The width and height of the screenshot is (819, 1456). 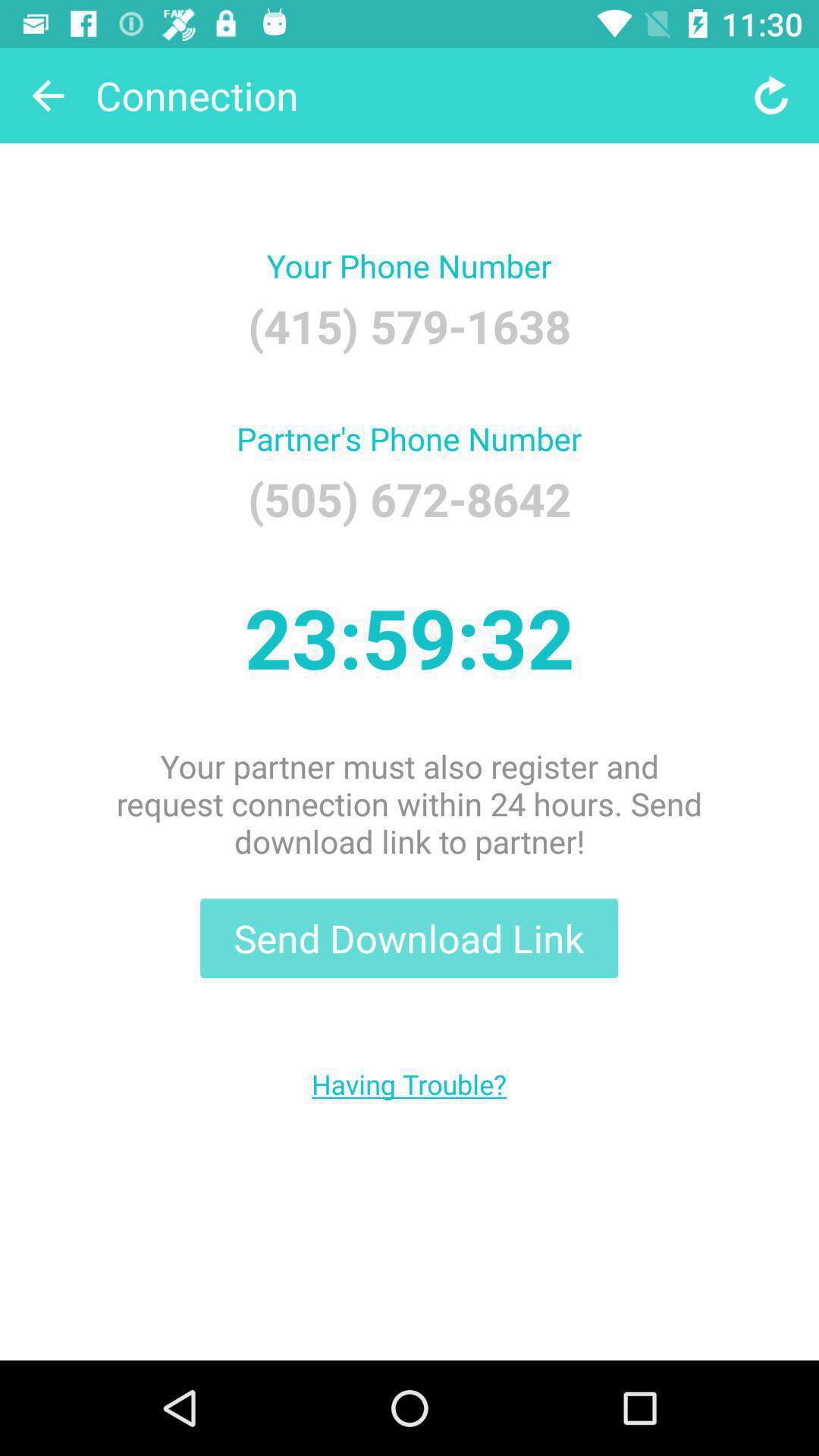 What do you see at coordinates (46, 94) in the screenshot?
I see `the item next to connection` at bounding box center [46, 94].